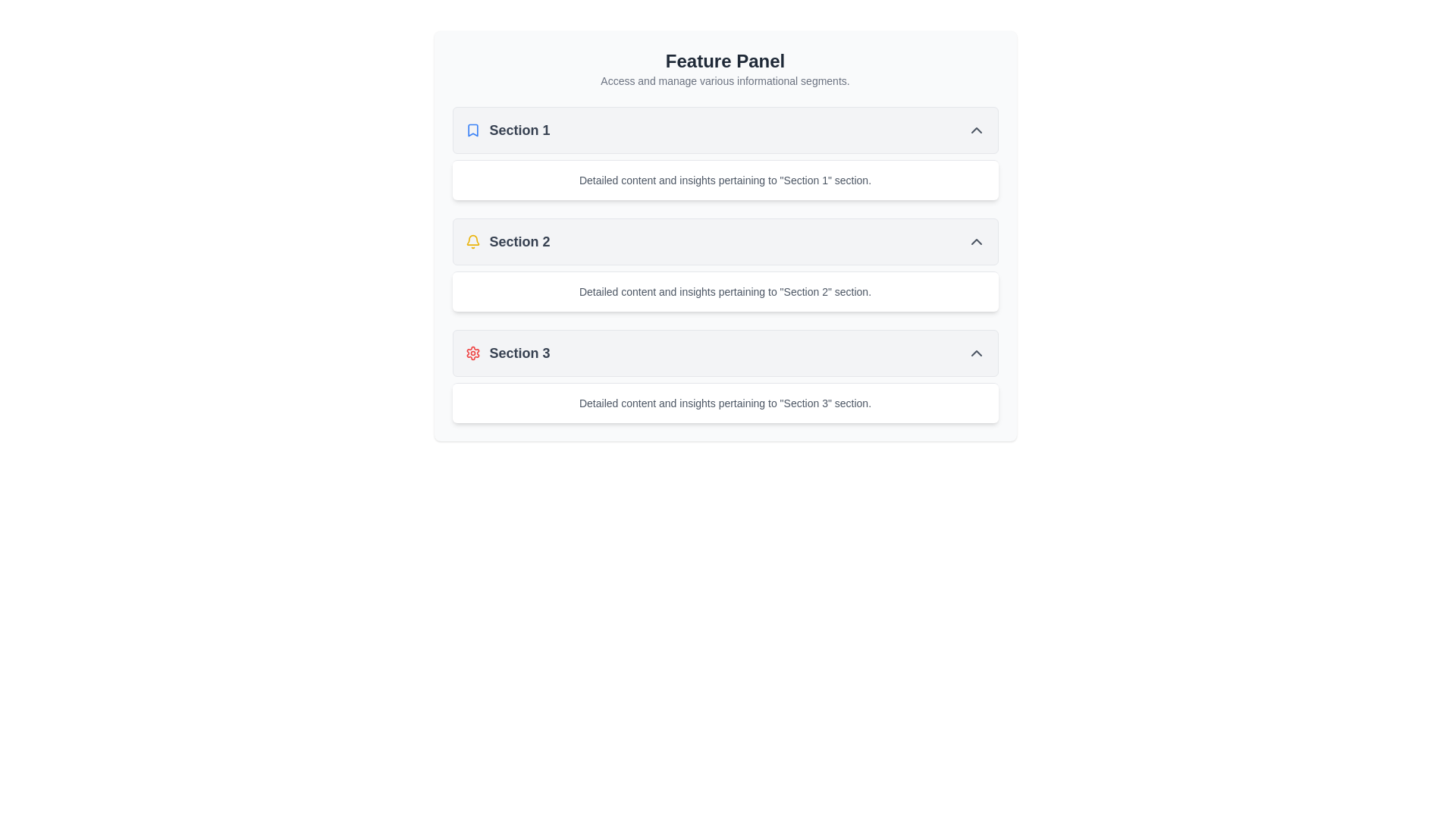 The image size is (1456, 819). What do you see at coordinates (724, 292) in the screenshot?
I see `the static informational text providing descriptive information regarding 'Section 2' in the Feature Panel interface, located directly below its heading` at bounding box center [724, 292].